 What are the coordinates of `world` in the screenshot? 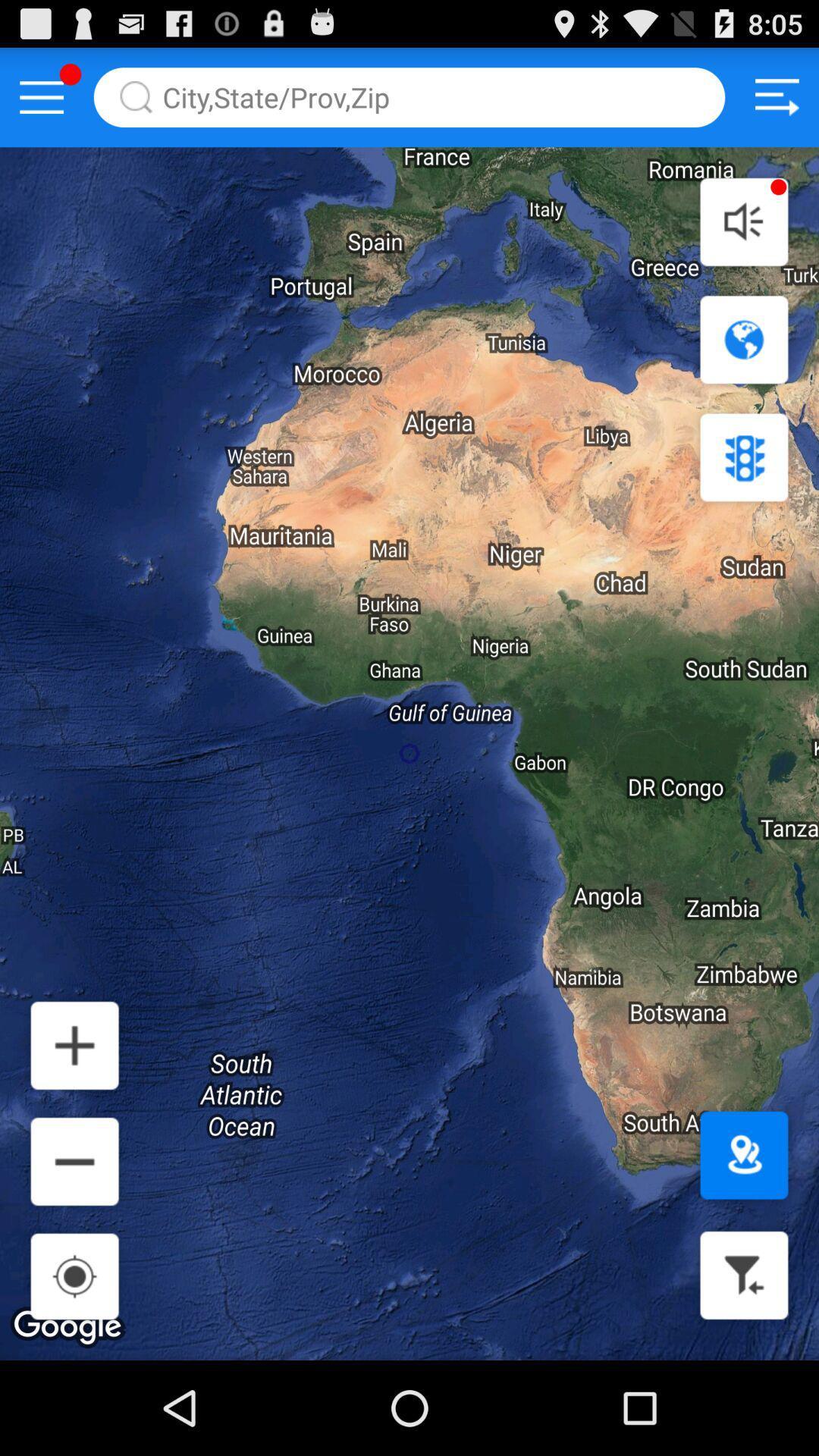 It's located at (743, 339).